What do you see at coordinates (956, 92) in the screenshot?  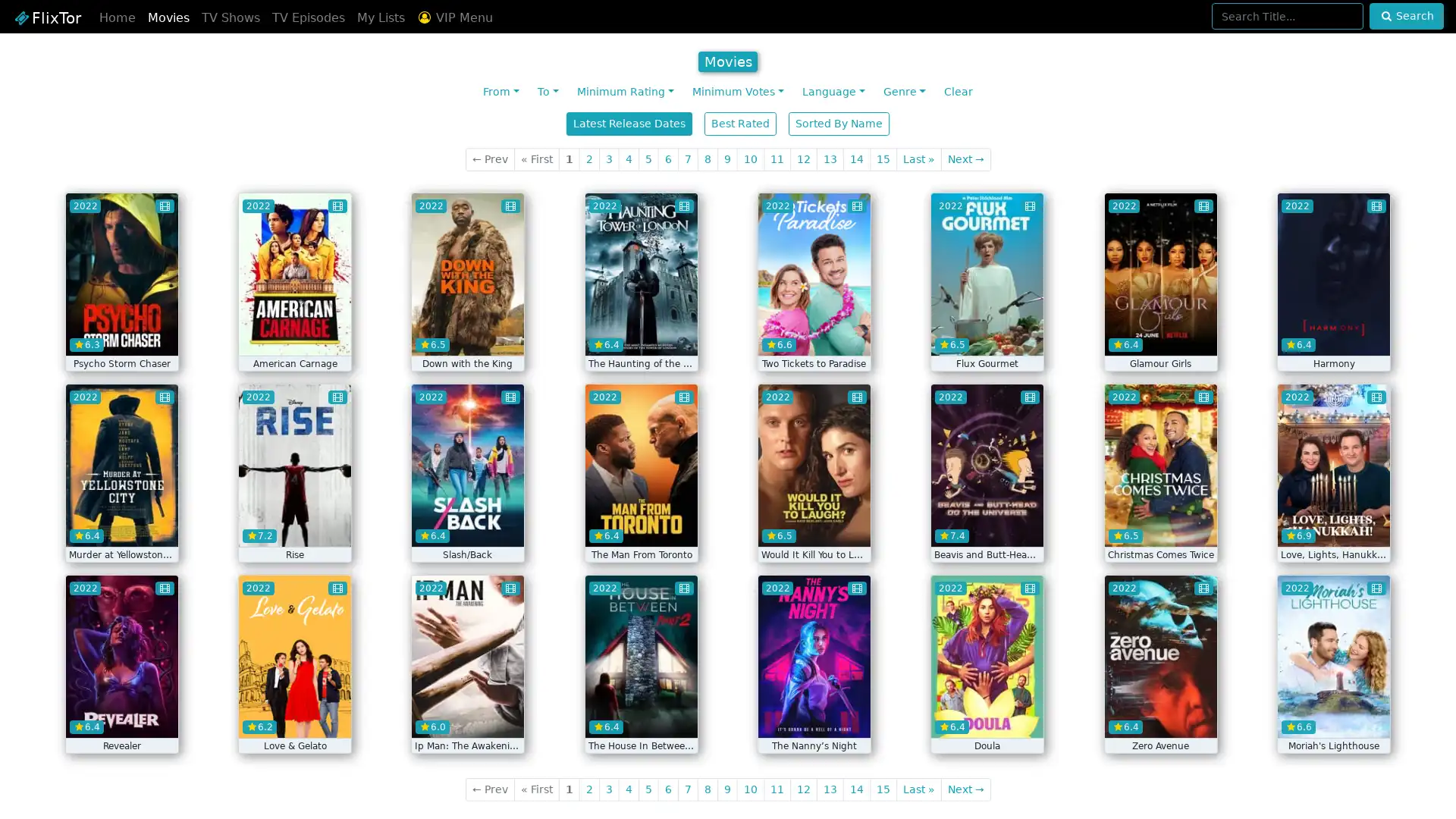 I see `Clear` at bounding box center [956, 92].